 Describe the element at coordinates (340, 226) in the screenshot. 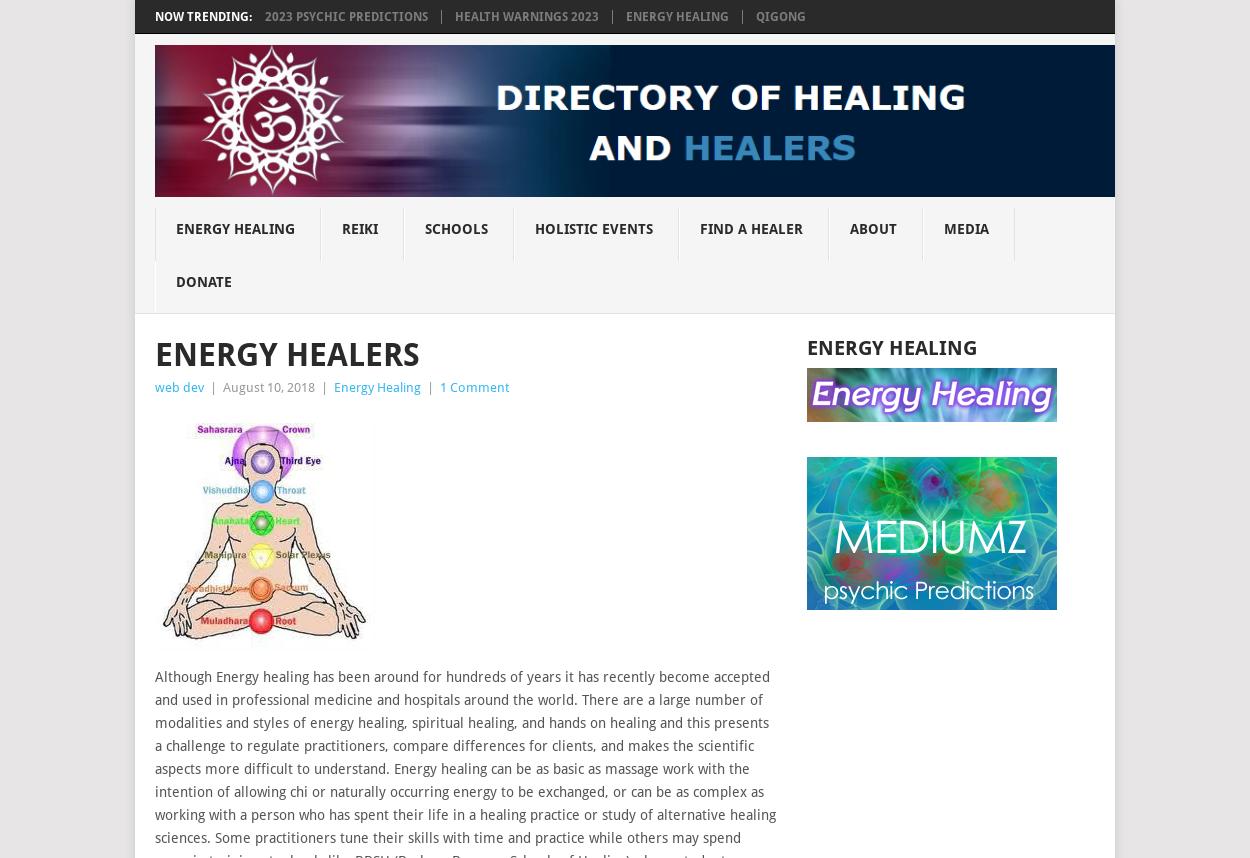

I see `'REIKI'` at that location.